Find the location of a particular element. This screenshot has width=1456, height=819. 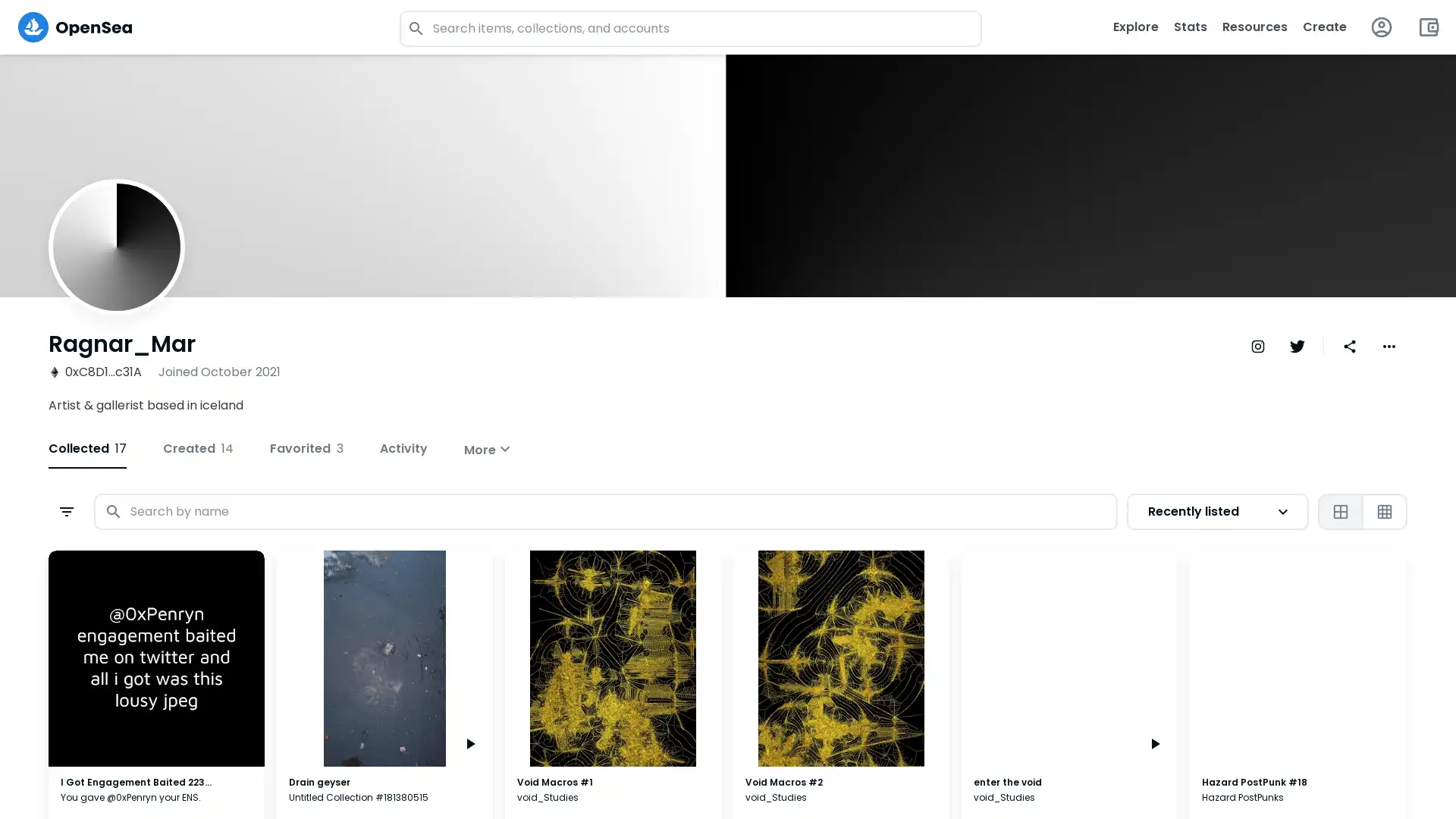

Status is located at coordinates (55, 566).